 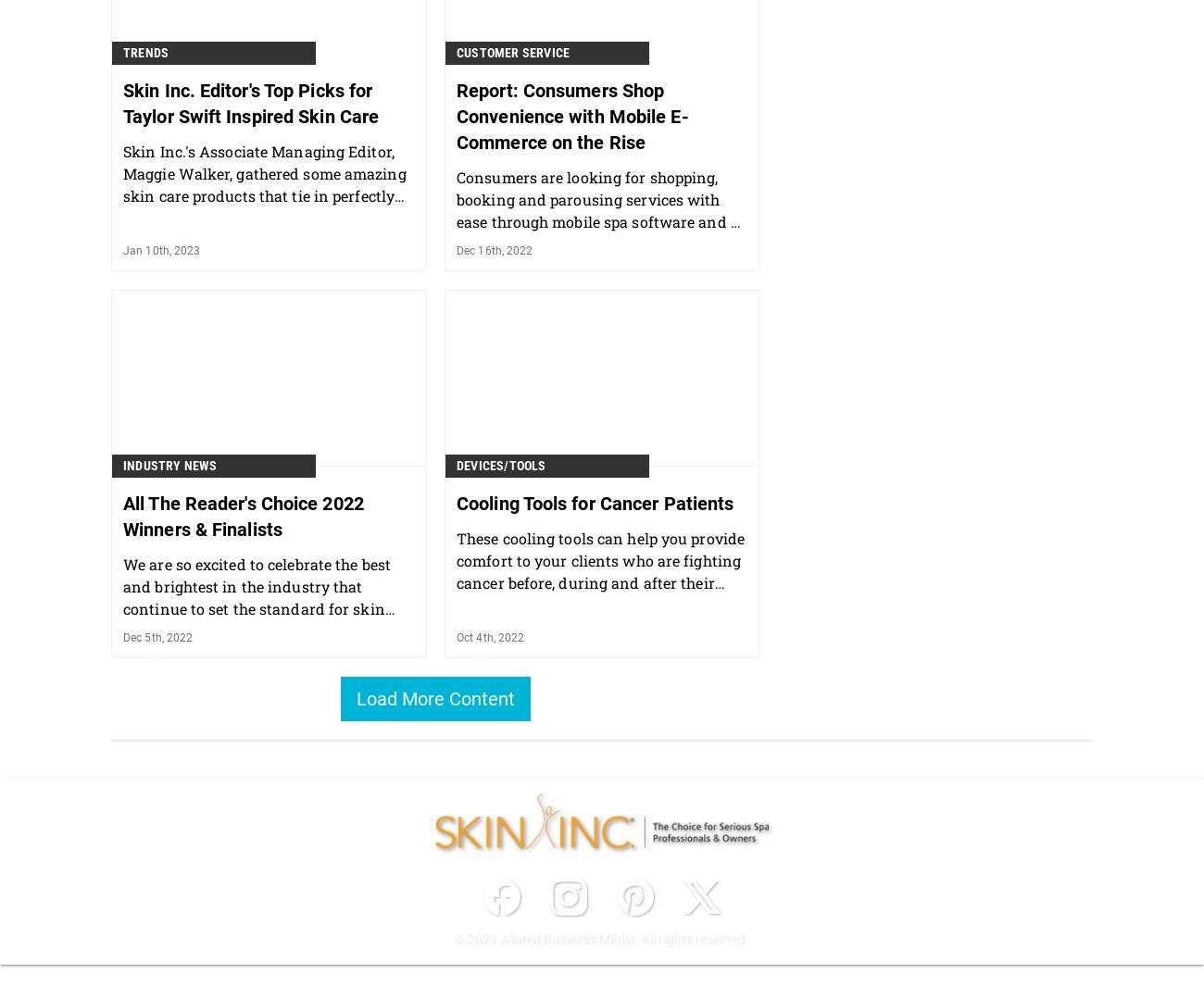 I want to click on 'Report: Consumers Shop Convenience with Mobile E-Commerce on the Rise', so click(x=572, y=116).